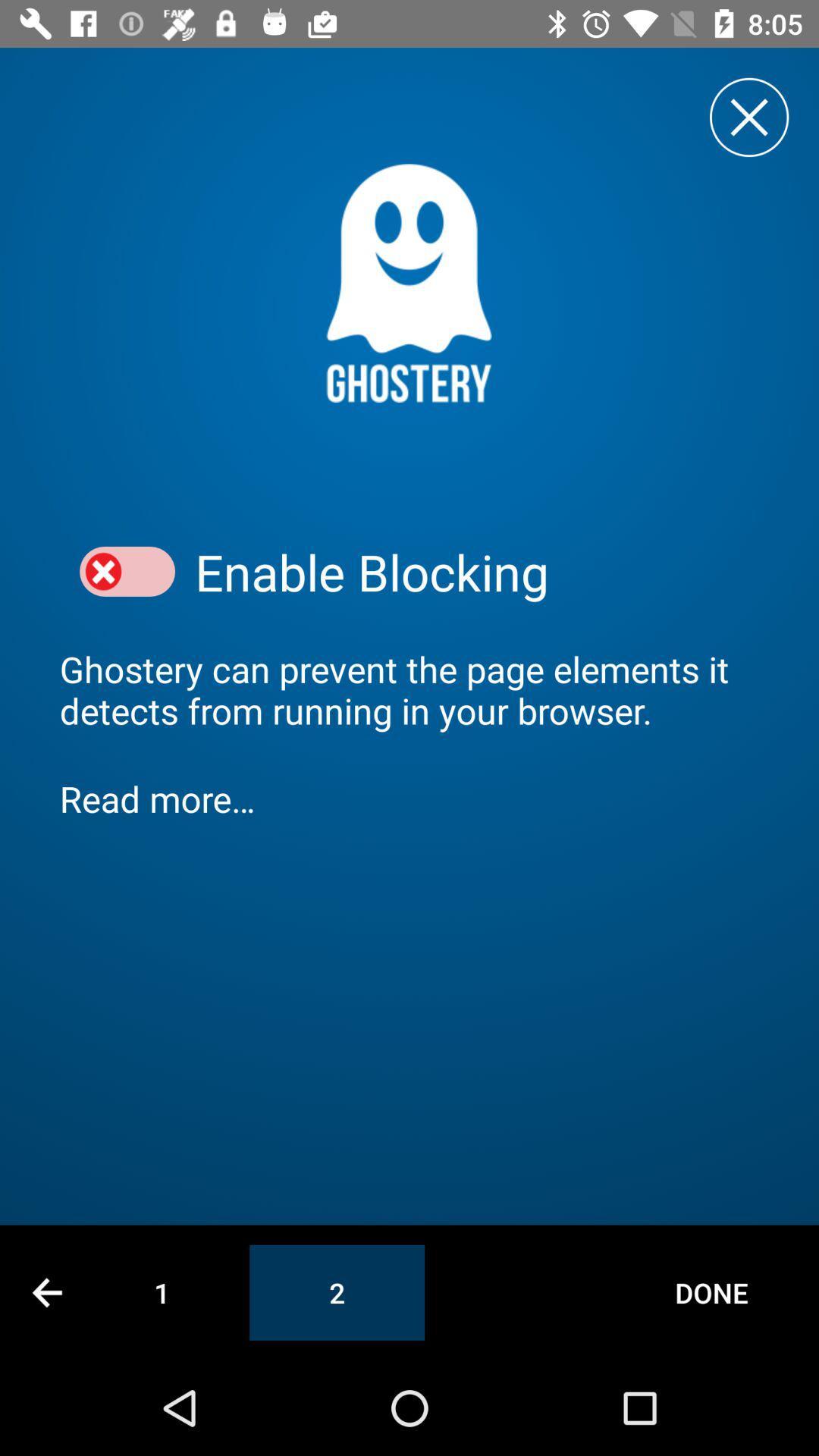 This screenshot has height=1456, width=819. What do you see at coordinates (336, 1291) in the screenshot?
I see `the item next to 1 item` at bounding box center [336, 1291].